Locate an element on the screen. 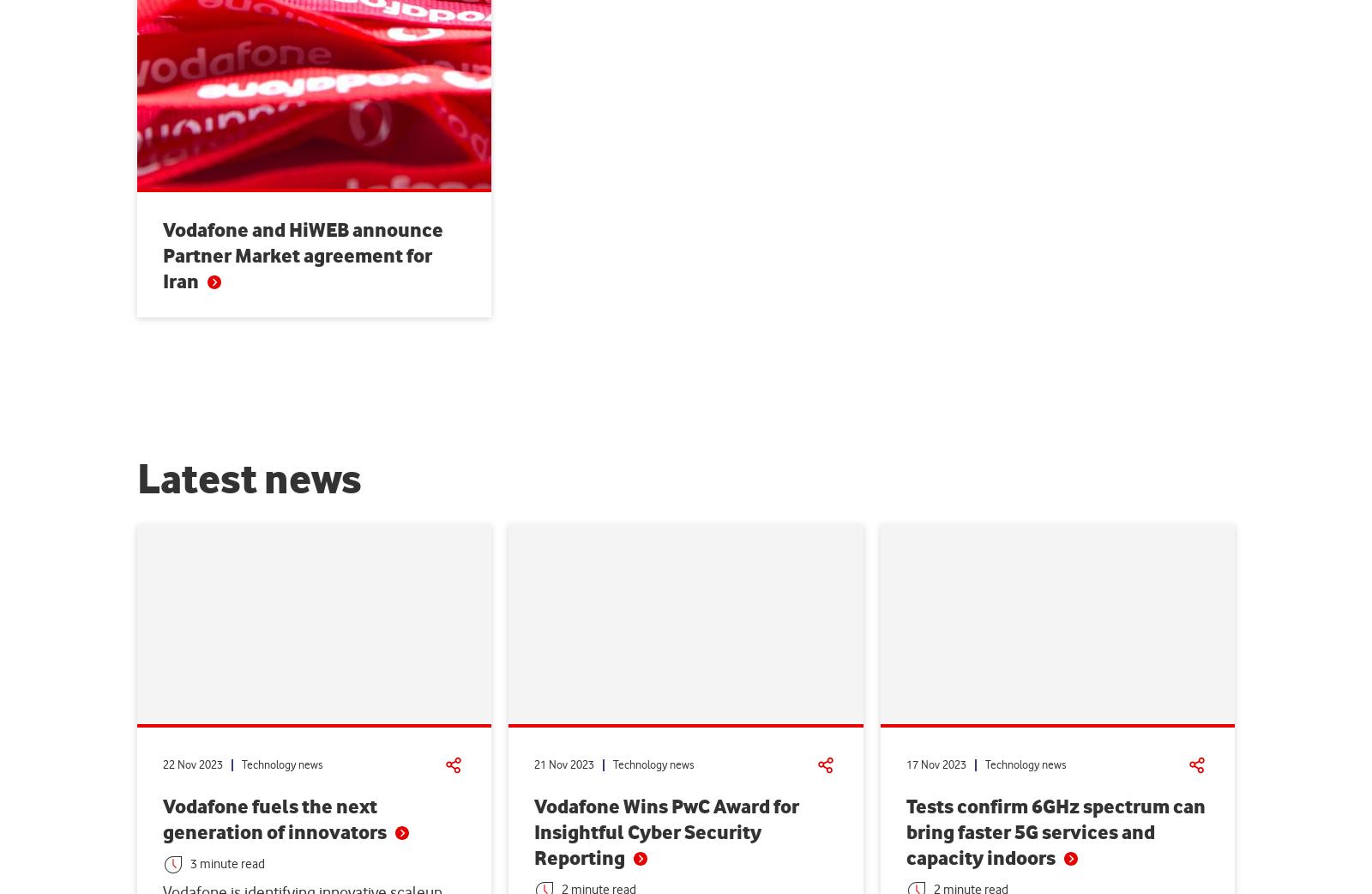 This screenshot has height=894, width=1372. 'Tests confirm 6GHz spectrum can bring faster 5G services and capacity' is located at coordinates (1054, 831).